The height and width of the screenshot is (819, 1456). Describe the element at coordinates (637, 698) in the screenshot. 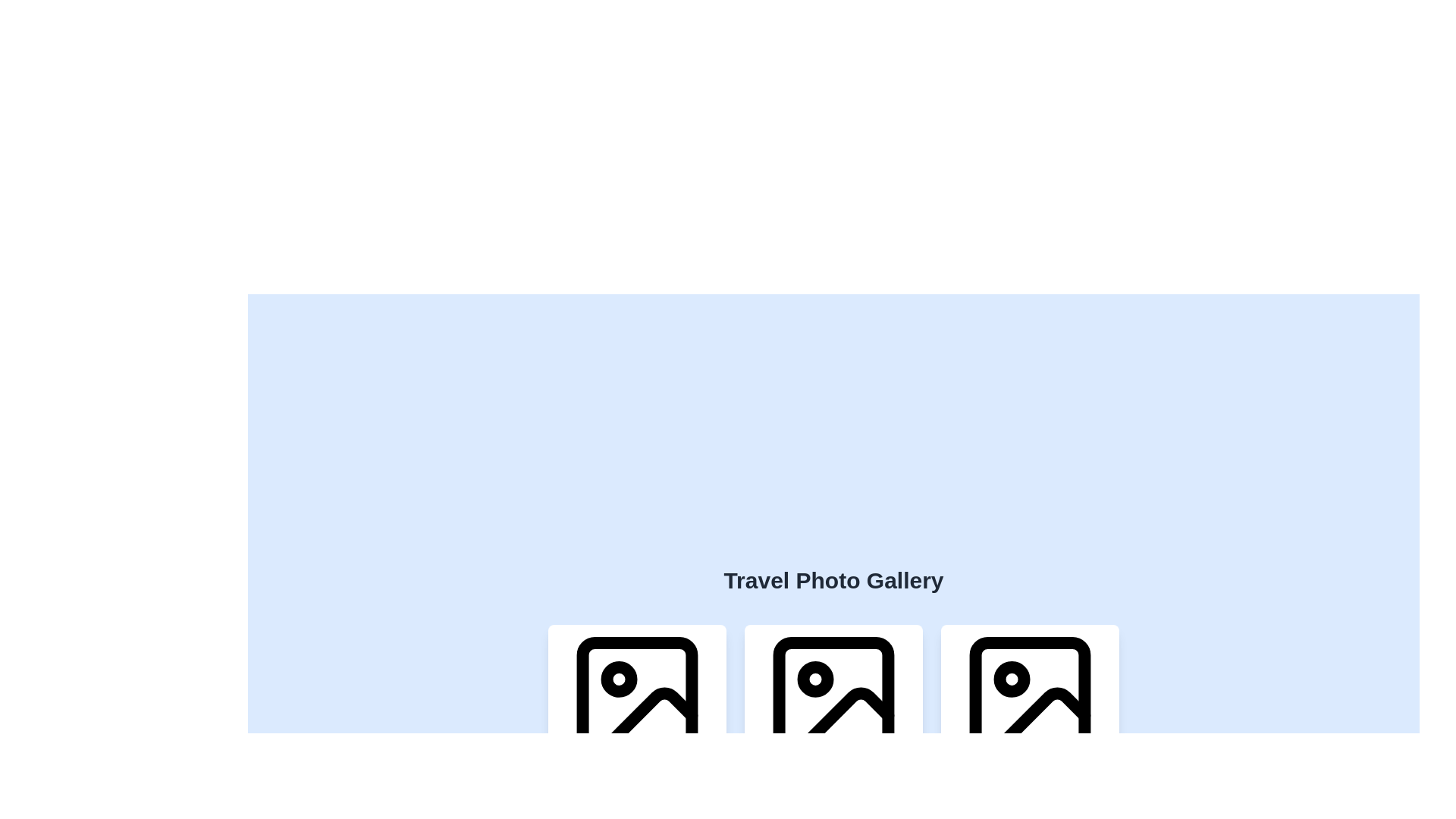

I see `the SVG element styled as an icon located in the gallery near the 'Travel Photo Gallery' heading` at that location.